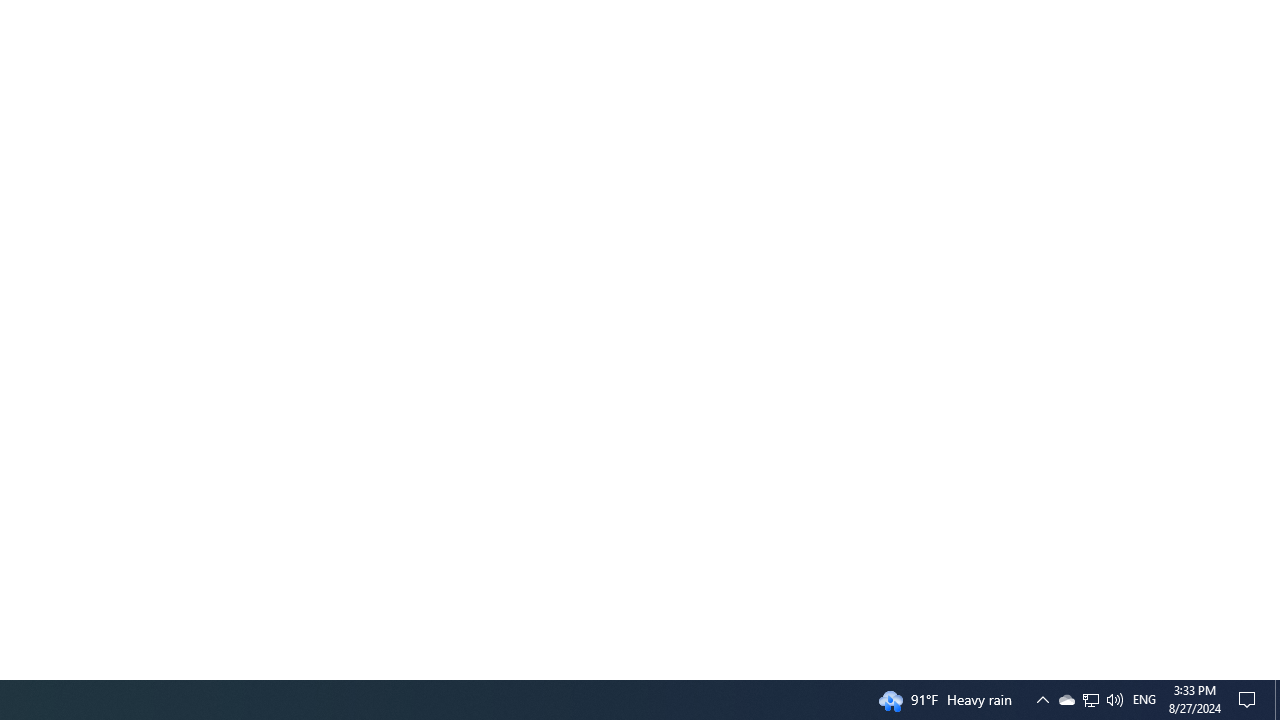 Image resolution: width=1280 pixels, height=720 pixels. I want to click on 'Notification Chevron', so click(1041, 698).